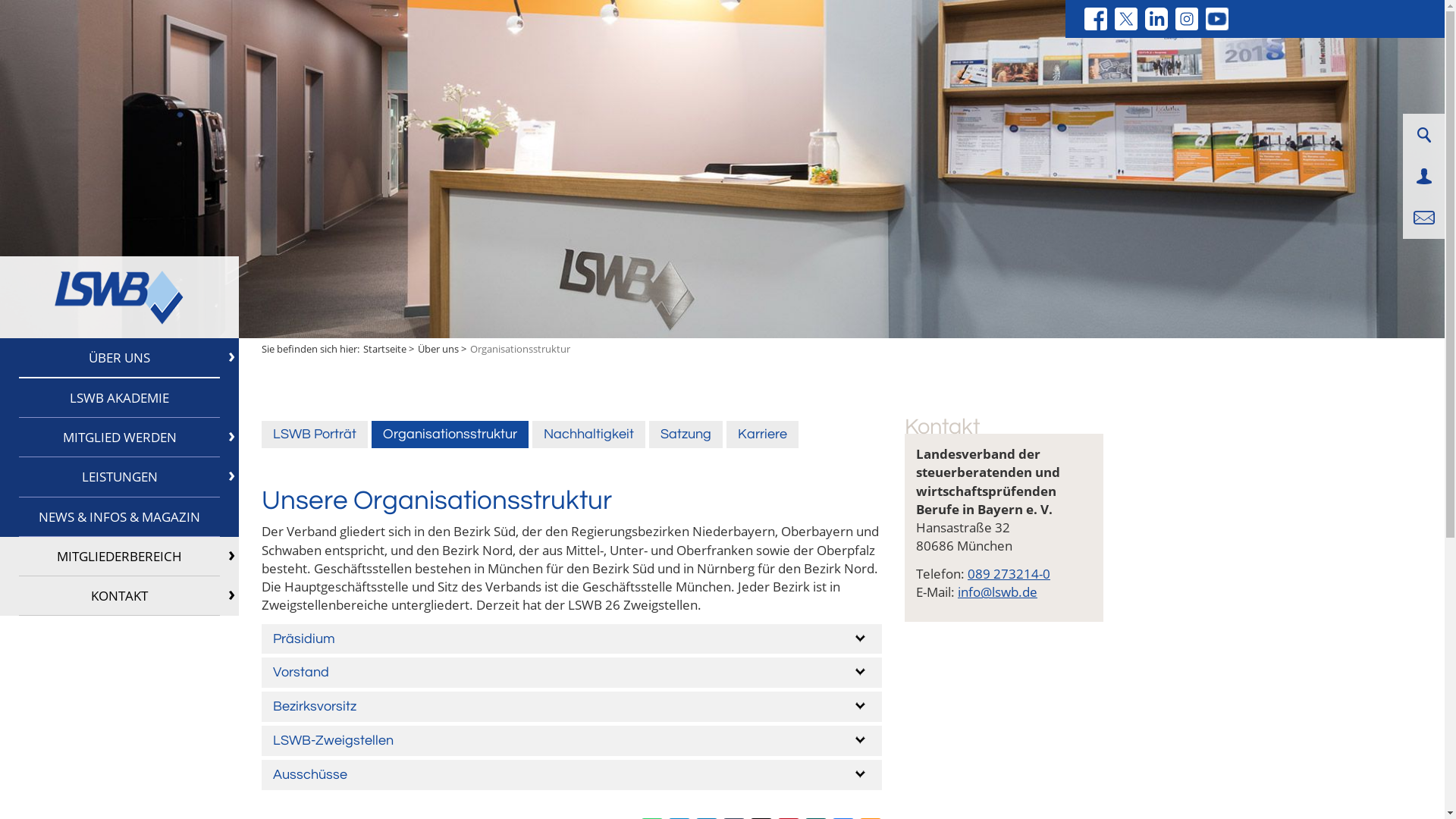 The image size is (1456, 819). Describe the element at coordinates (1125, 18) in the screenshot. I see `'LSWB bei Twitter'` at that location.